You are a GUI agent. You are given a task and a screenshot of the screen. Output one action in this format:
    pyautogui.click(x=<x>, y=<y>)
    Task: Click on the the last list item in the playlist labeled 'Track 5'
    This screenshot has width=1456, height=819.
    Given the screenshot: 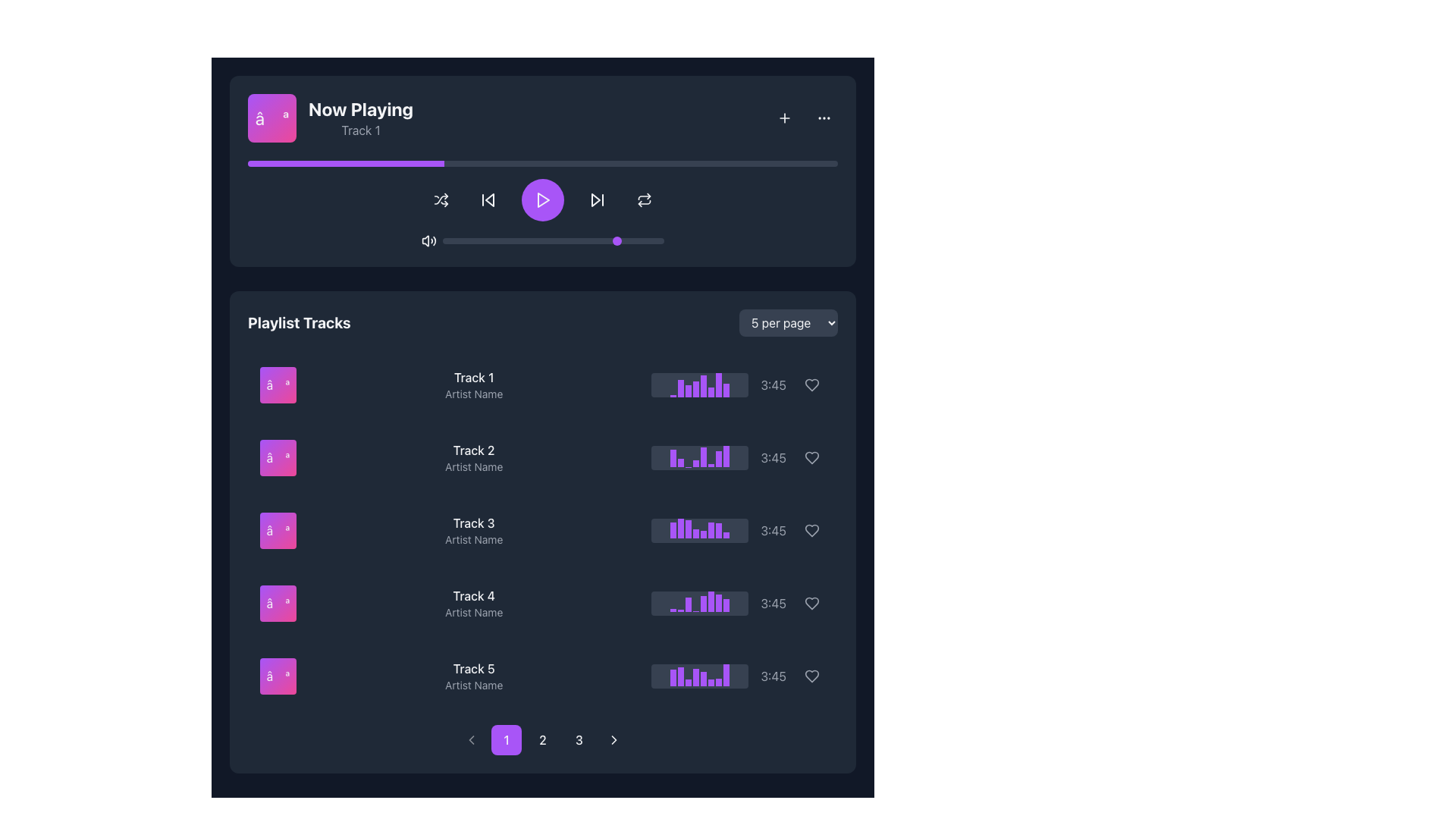 What is the action you would take?
    pyautogui.click(x=542, y=675)
    